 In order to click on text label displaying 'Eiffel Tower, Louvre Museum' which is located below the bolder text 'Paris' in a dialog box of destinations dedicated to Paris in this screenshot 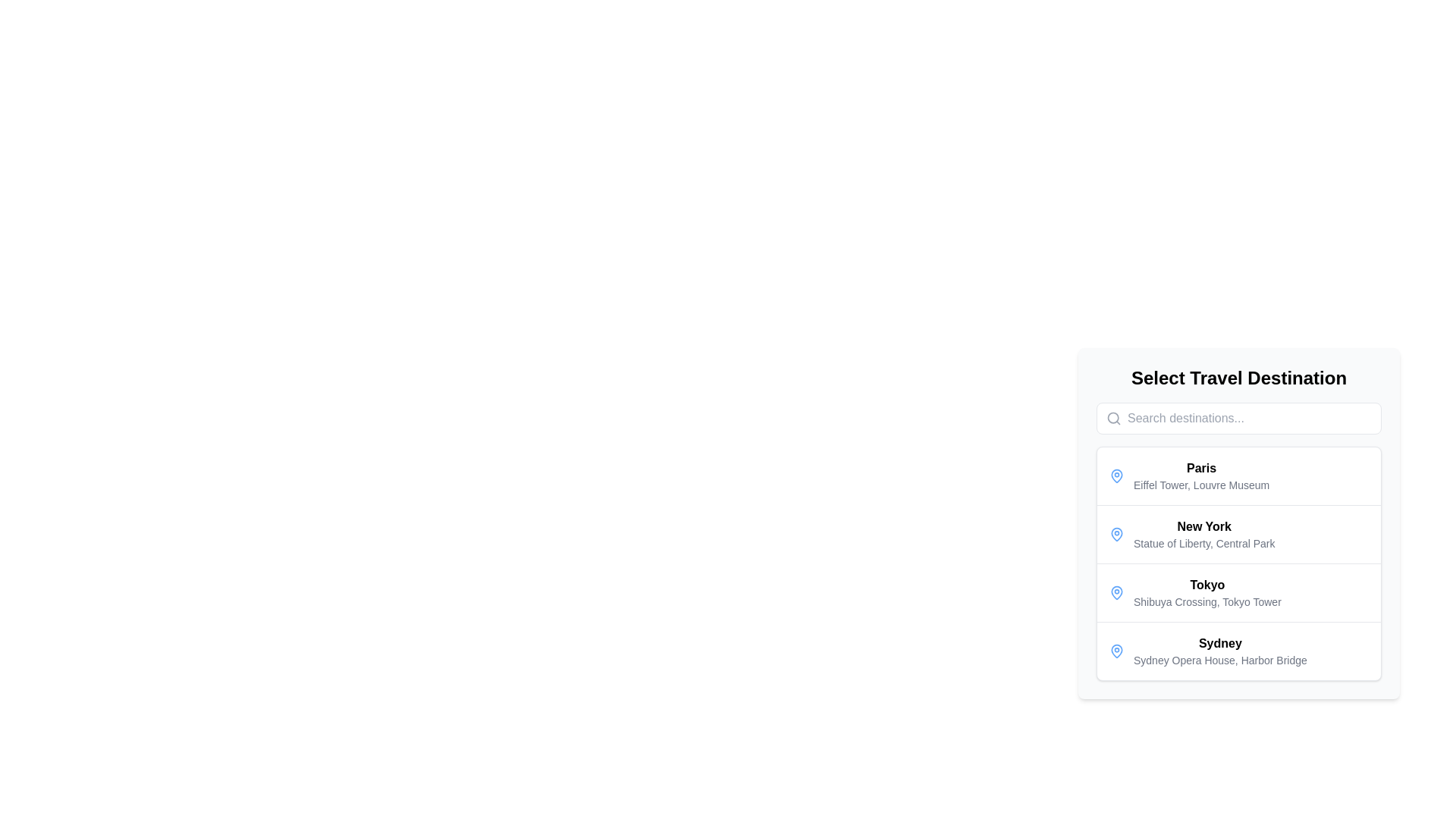, I will do `click(1200, 485)`.